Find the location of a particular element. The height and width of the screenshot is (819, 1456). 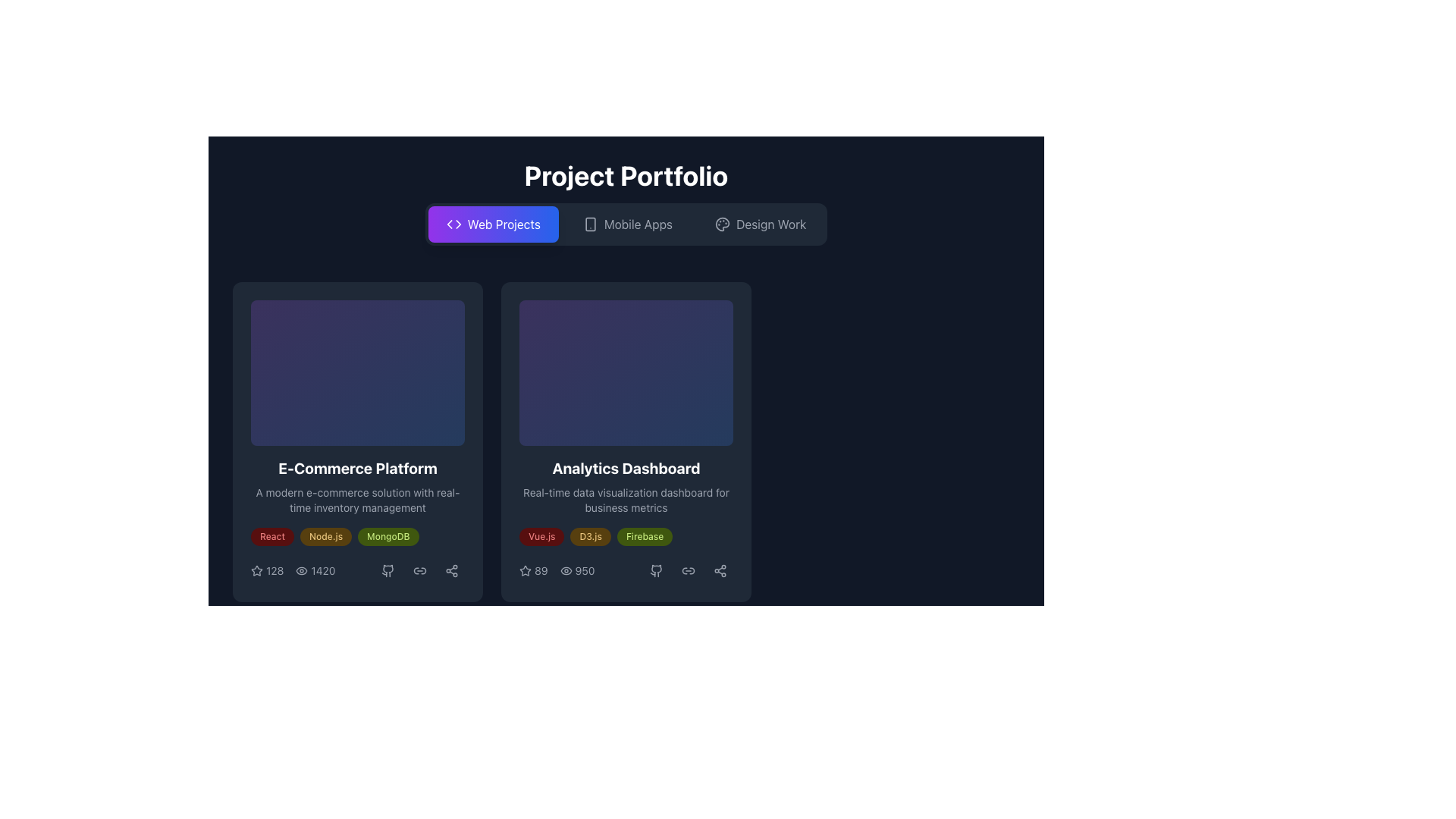

the 'Web Projects' button, which displays the text in bold, white font within a gradient purple-to-blue rounded rectangle is located at coordinates (504, 224).